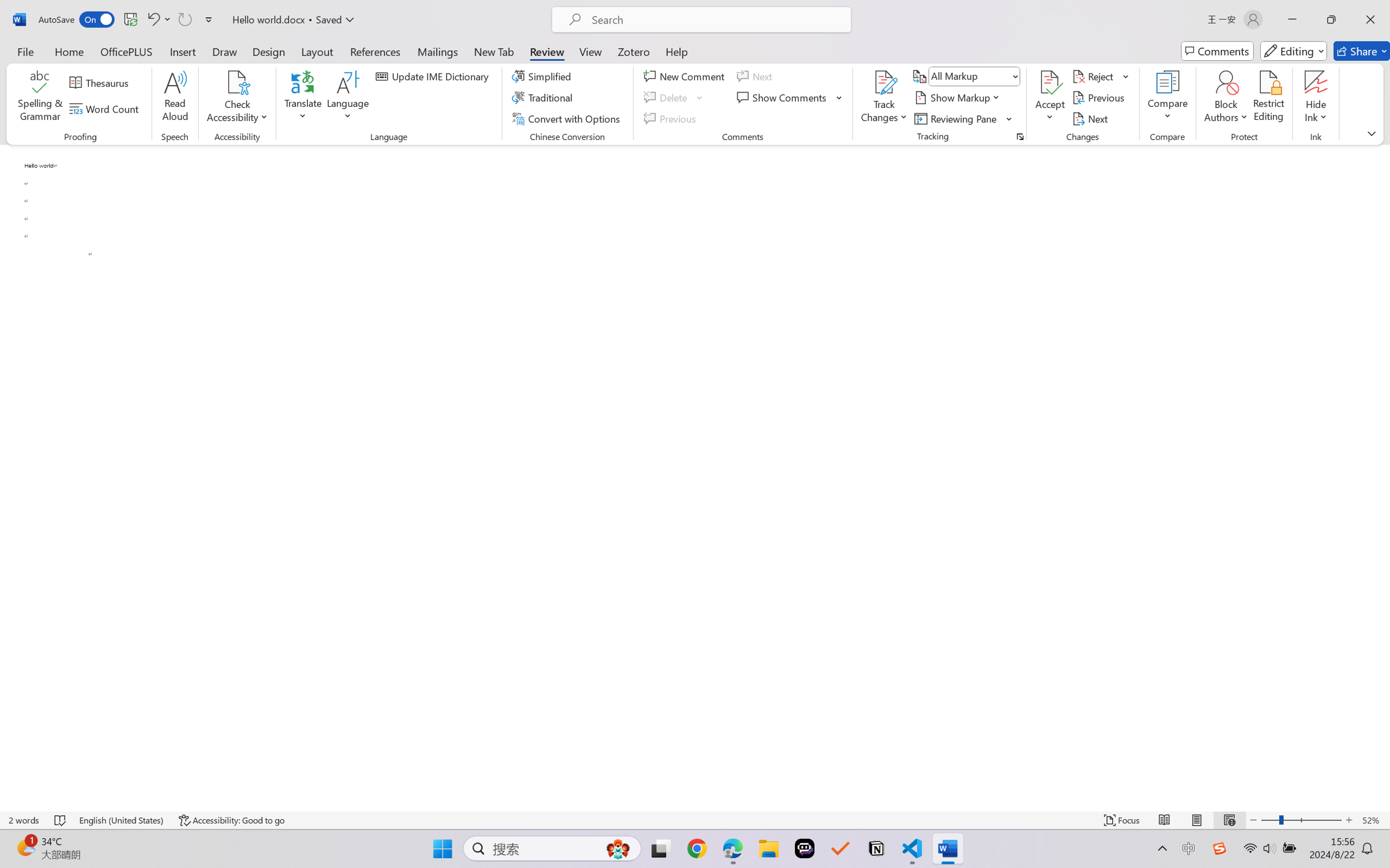 Image resolution: width=1390 pixels, height=868 pixels. What do you see at coordinates (184, 19) in the screenshot?
I see `'Can'` at bounding box center [184, 19].